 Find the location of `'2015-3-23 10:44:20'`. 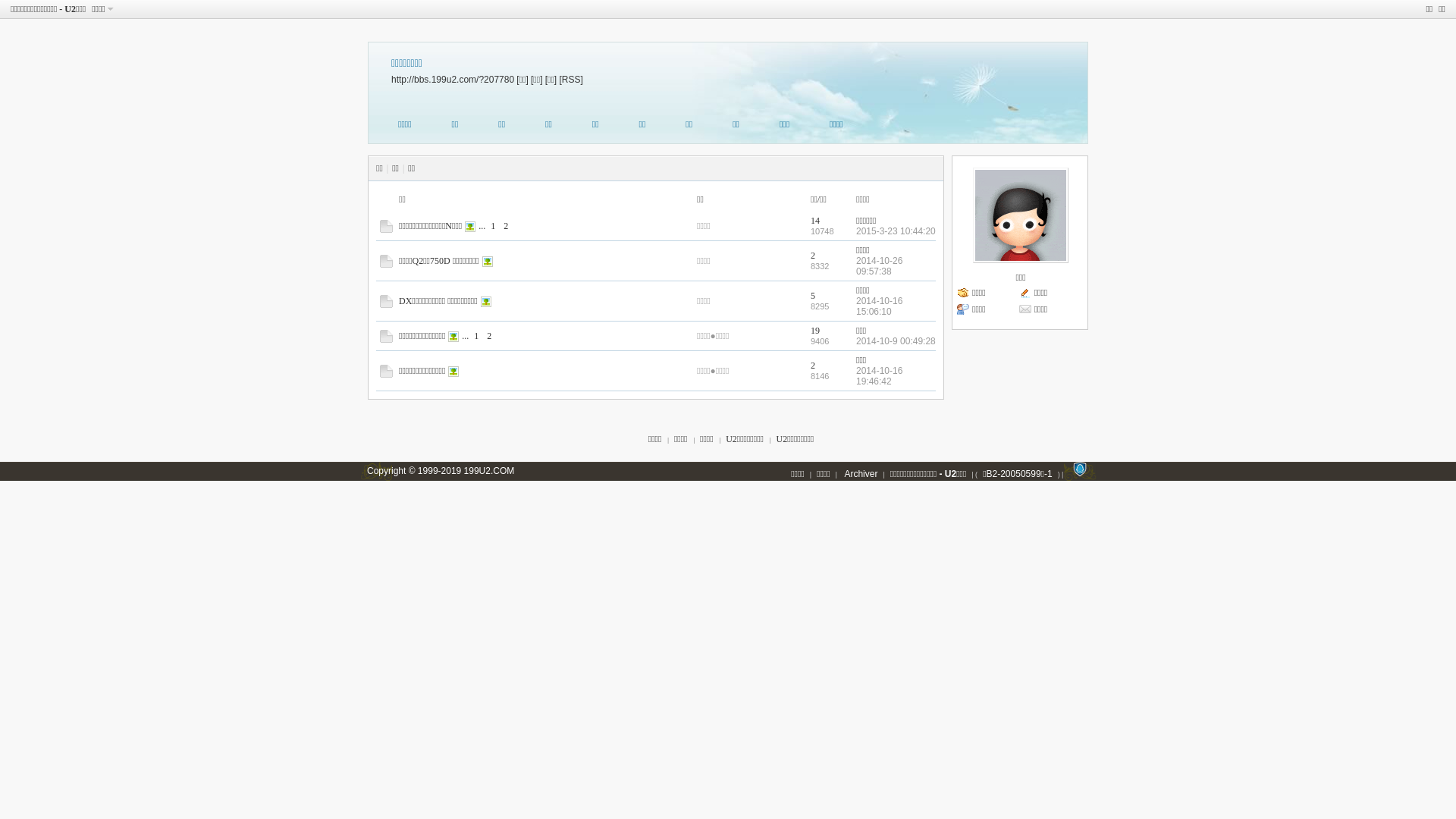

'2015-3-23 10:44:20' is located at coordinates (896, 231).